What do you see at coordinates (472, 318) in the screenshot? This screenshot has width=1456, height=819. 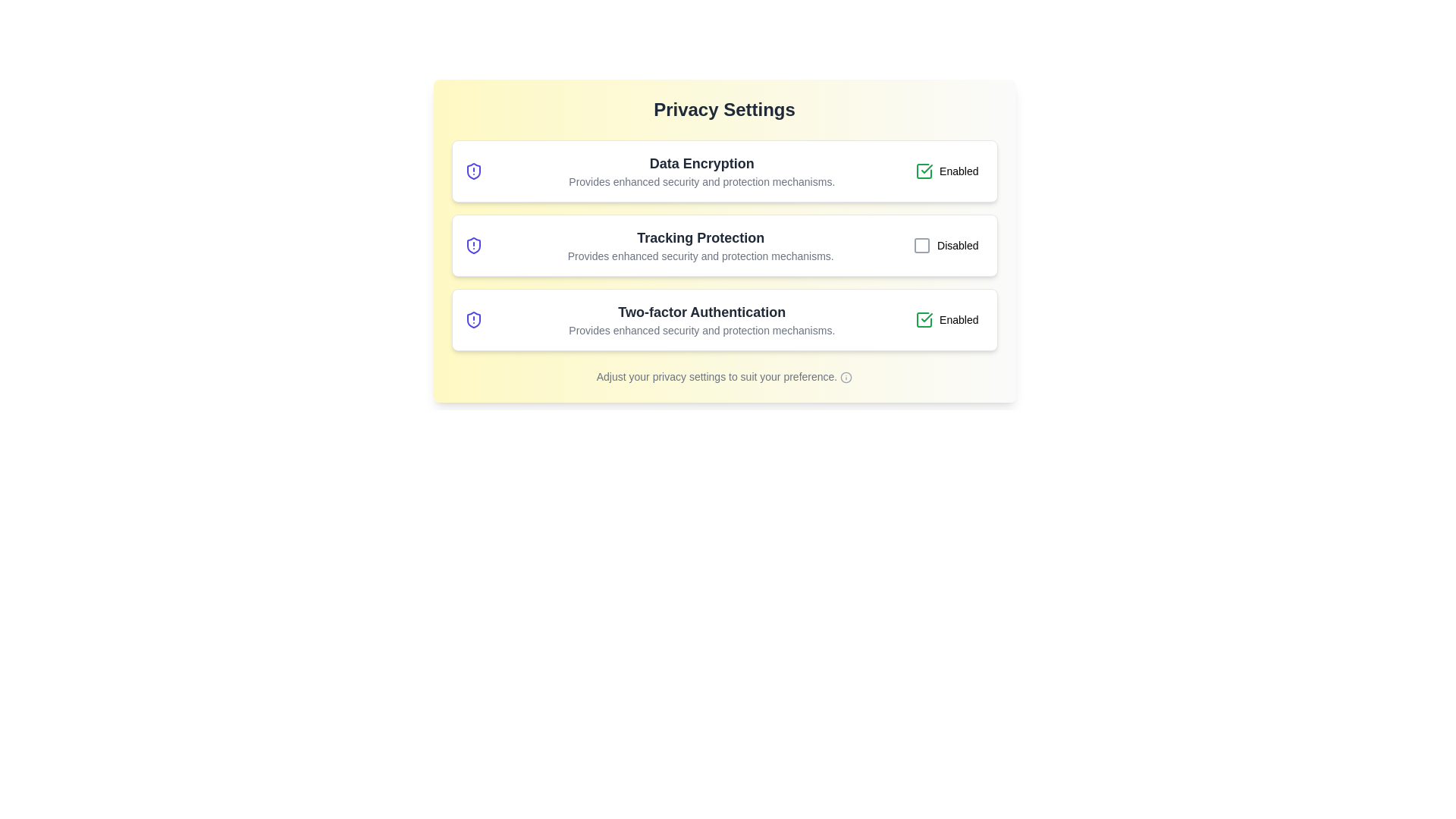 I see `properties of the shield icon with a warning symbol, which is located to the left of the 'Two-factor Authentication' text in the third privacy settings card` at bounding box center [472, 318].